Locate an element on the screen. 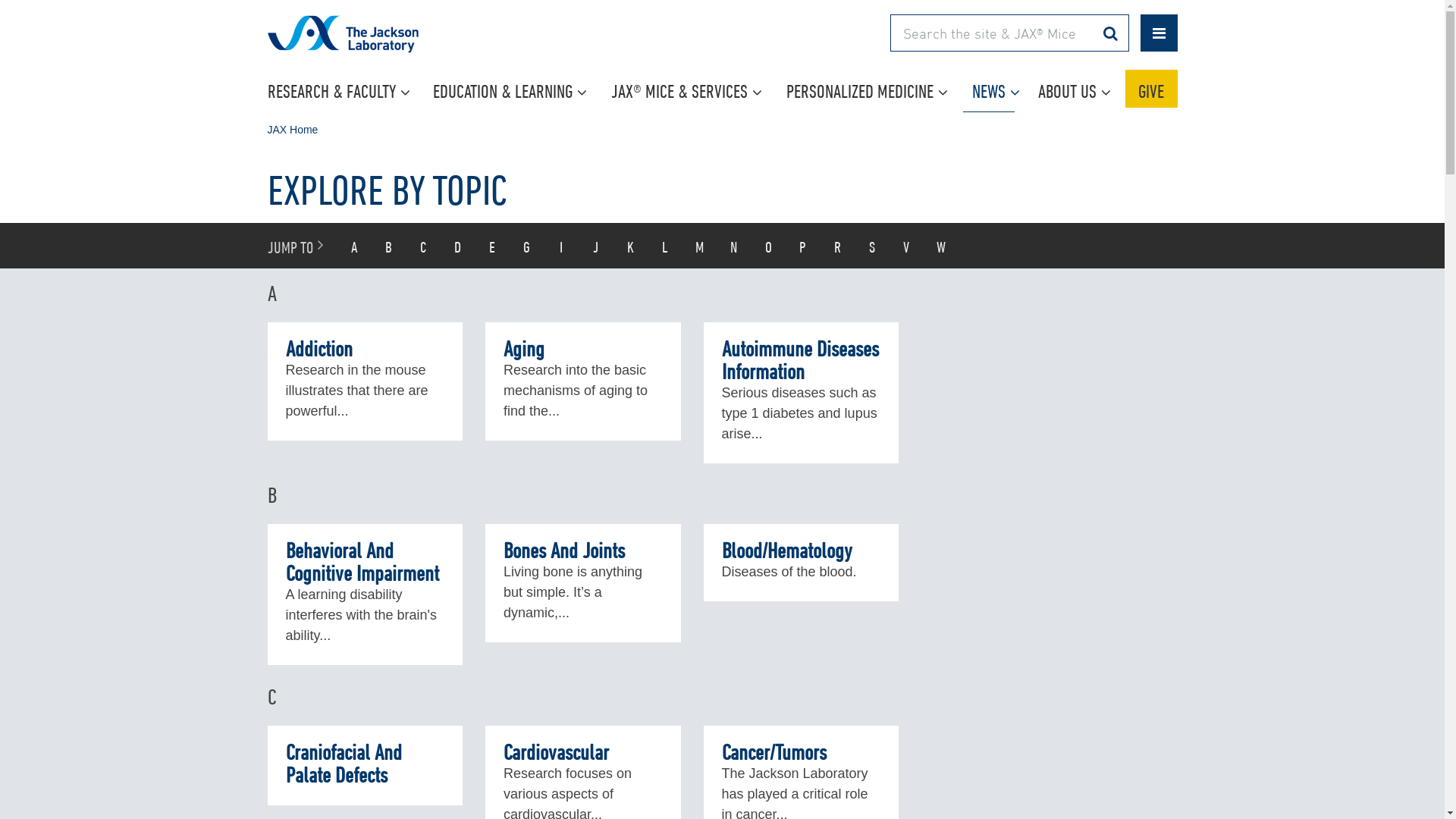 This screenshot has height=819, width=1456. 'S' is located at coordinates (855, 245).